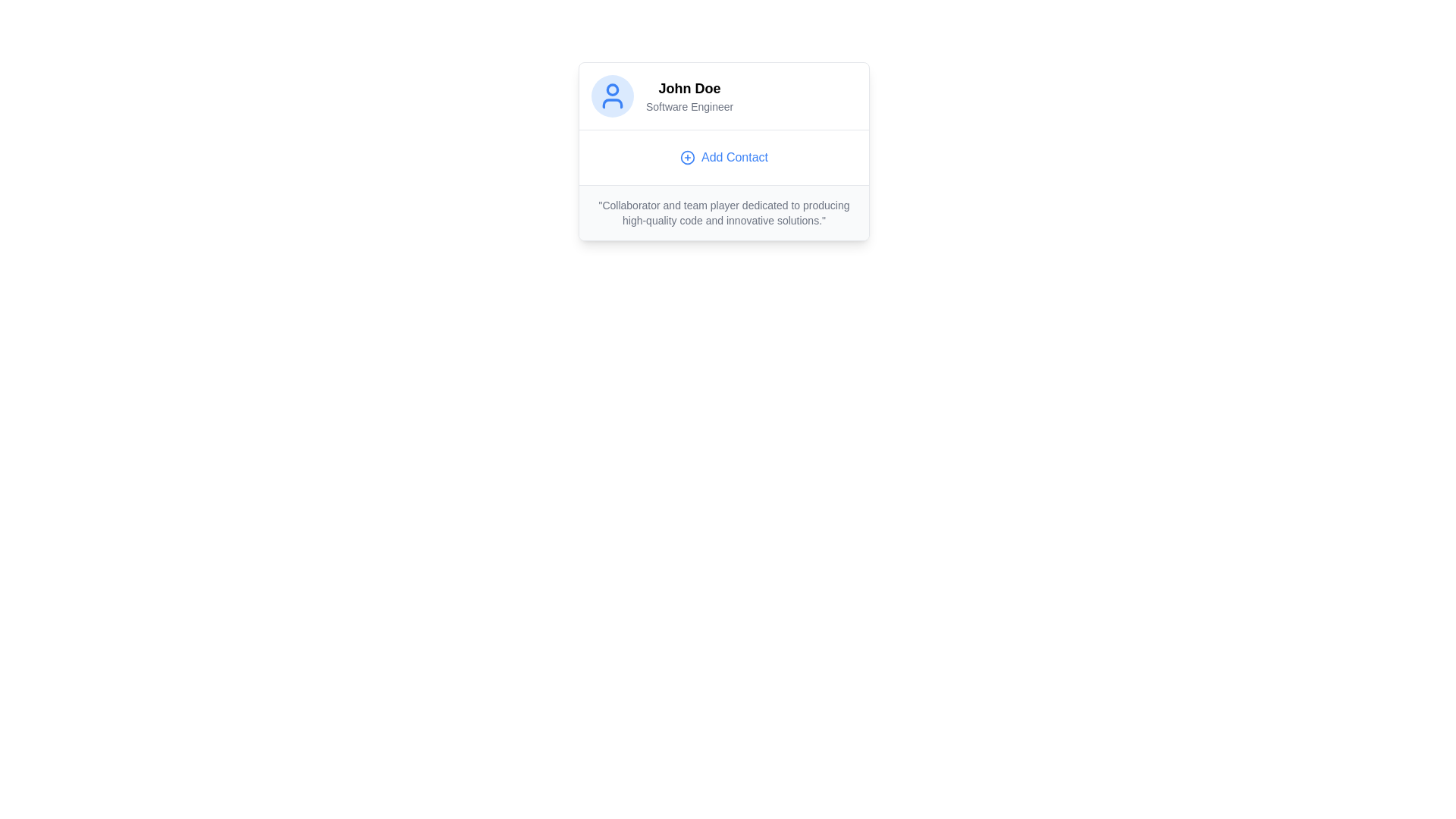 Image resolution: width=1456 pixels, height=819 pixels. I want to click on the blue circular outline inside the avatar icon in the upper left section of the user profile card, so click(612, 89).